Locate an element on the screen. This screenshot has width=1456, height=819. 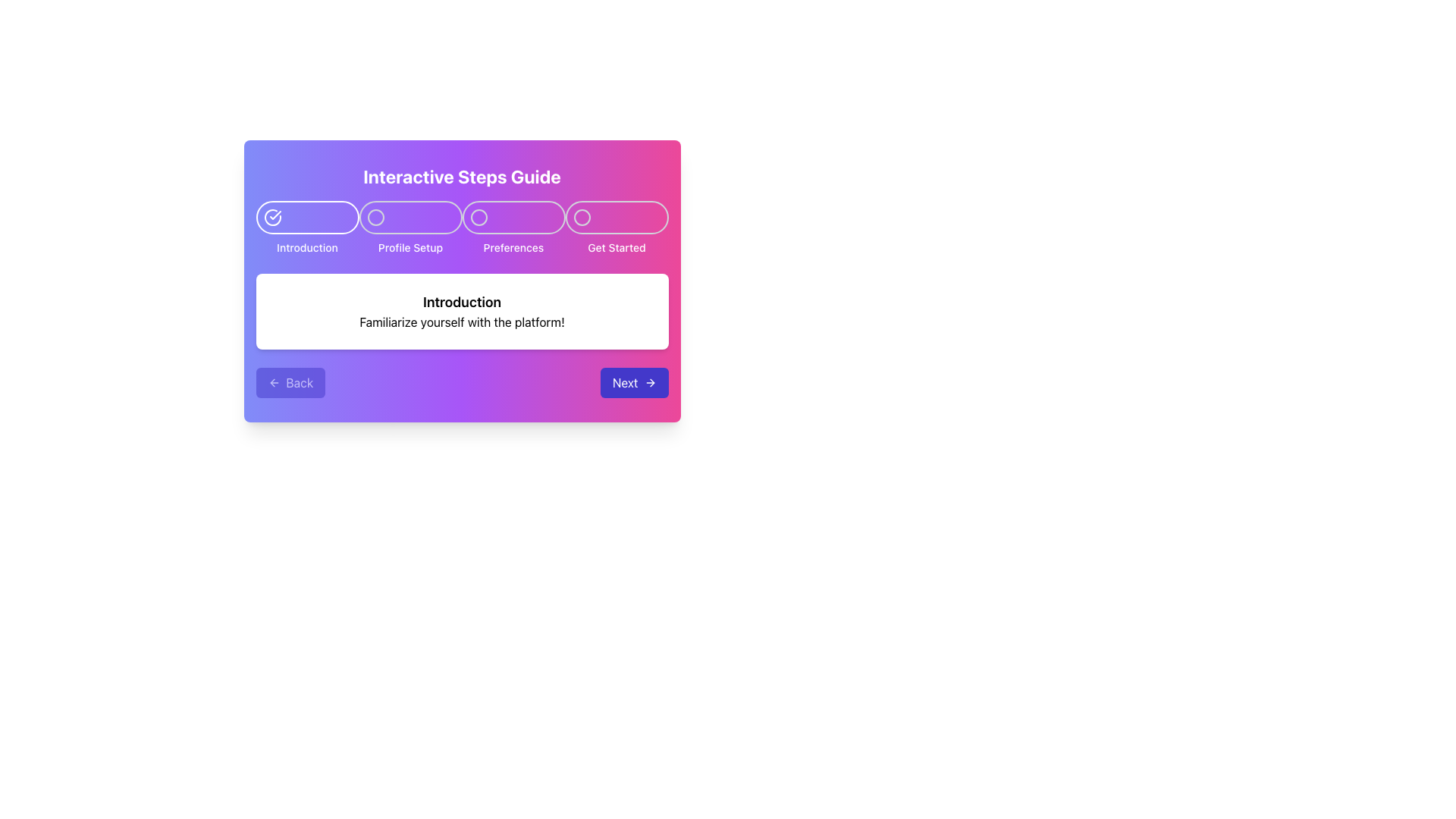
the 'Profile Setup' progress indicator in the step marker sequence is located at coordinates (410, 217).